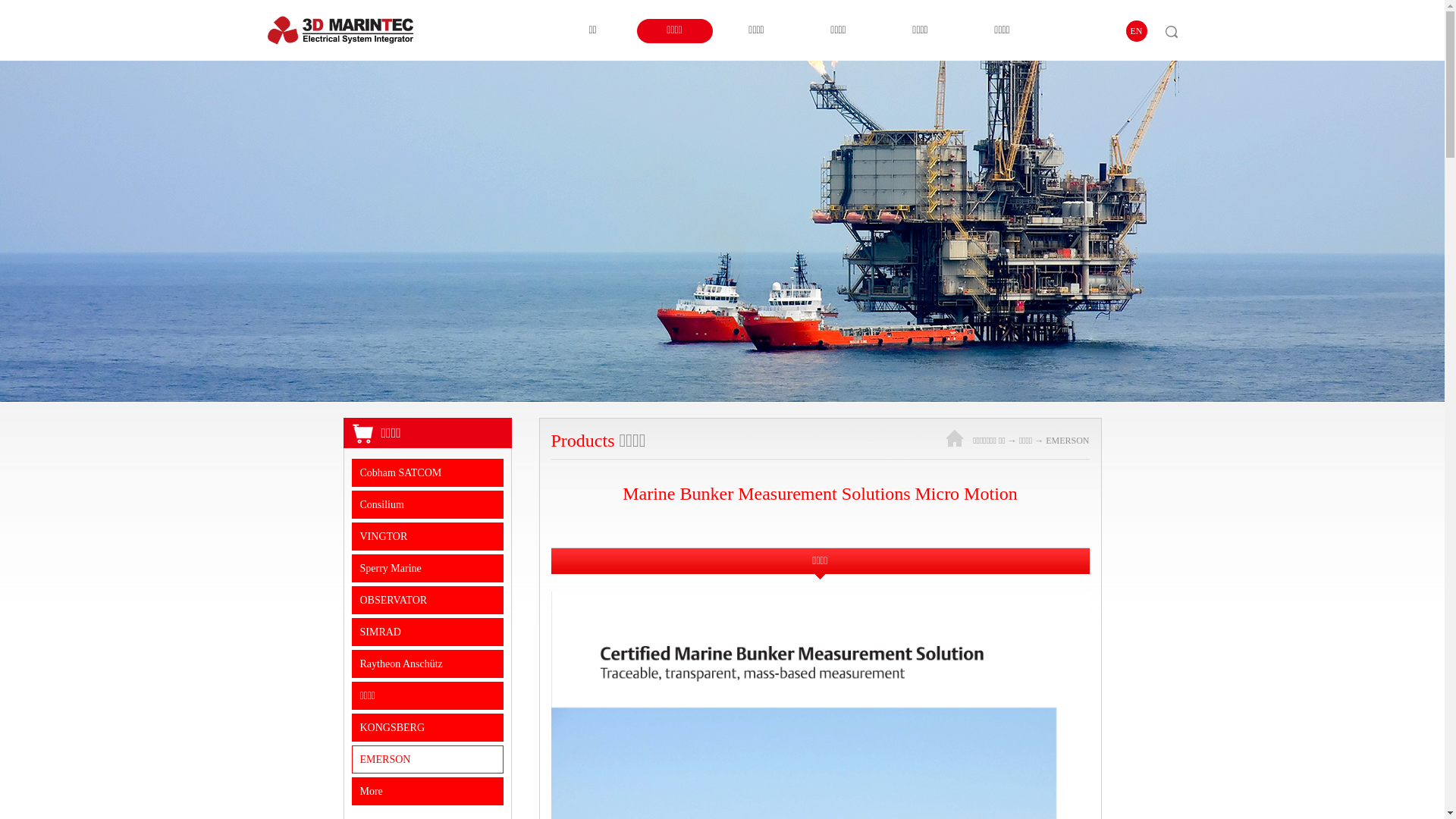  Describe the element at coordinates (1044, 441) in the screenshot. I see `'EMERSON'` at that location.